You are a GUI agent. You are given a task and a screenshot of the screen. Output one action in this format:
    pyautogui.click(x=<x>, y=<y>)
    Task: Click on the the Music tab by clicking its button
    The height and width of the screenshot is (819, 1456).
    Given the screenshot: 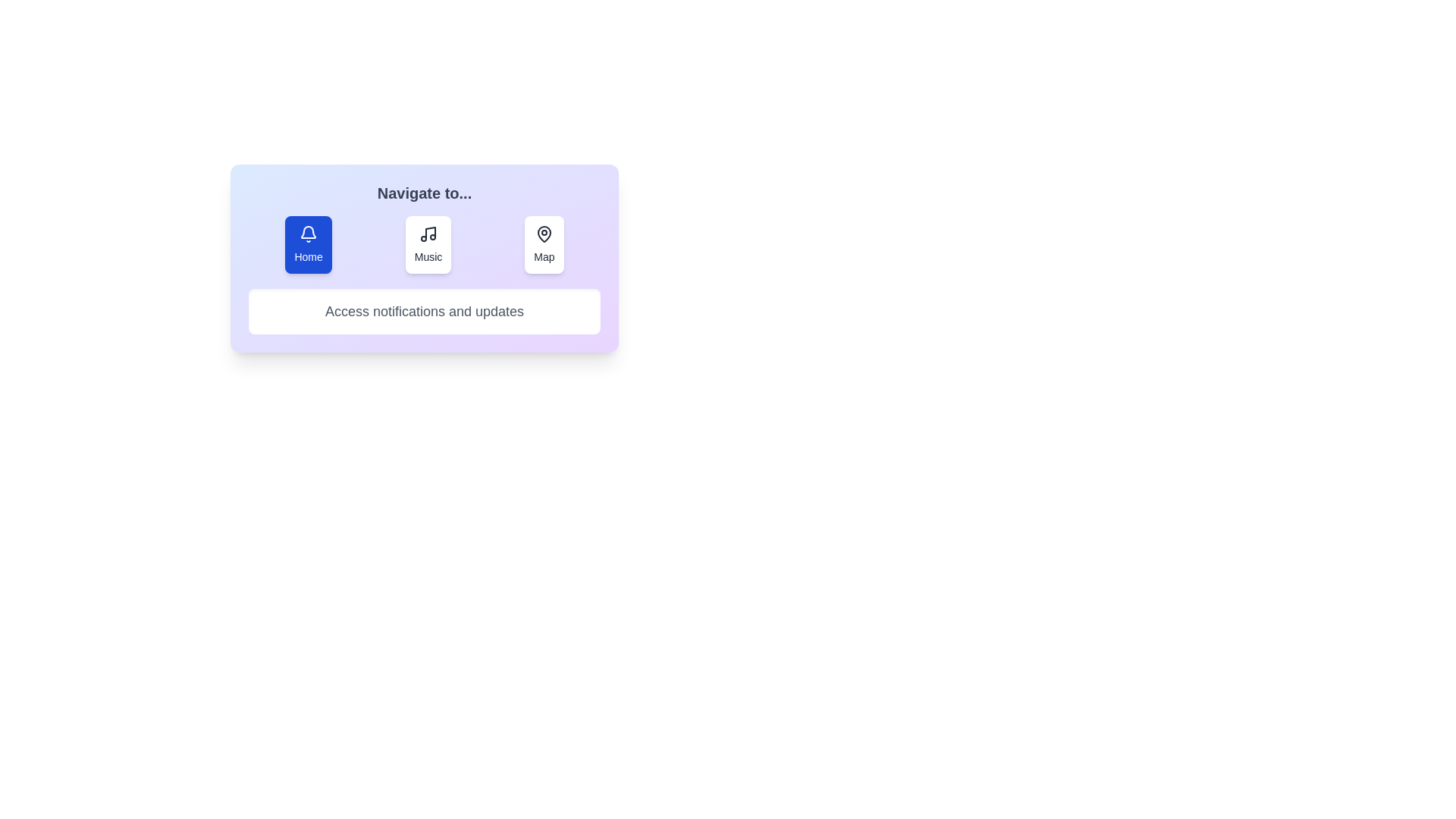 What is the action you would take?
    pyautogui.click(x=428, y=244)
    